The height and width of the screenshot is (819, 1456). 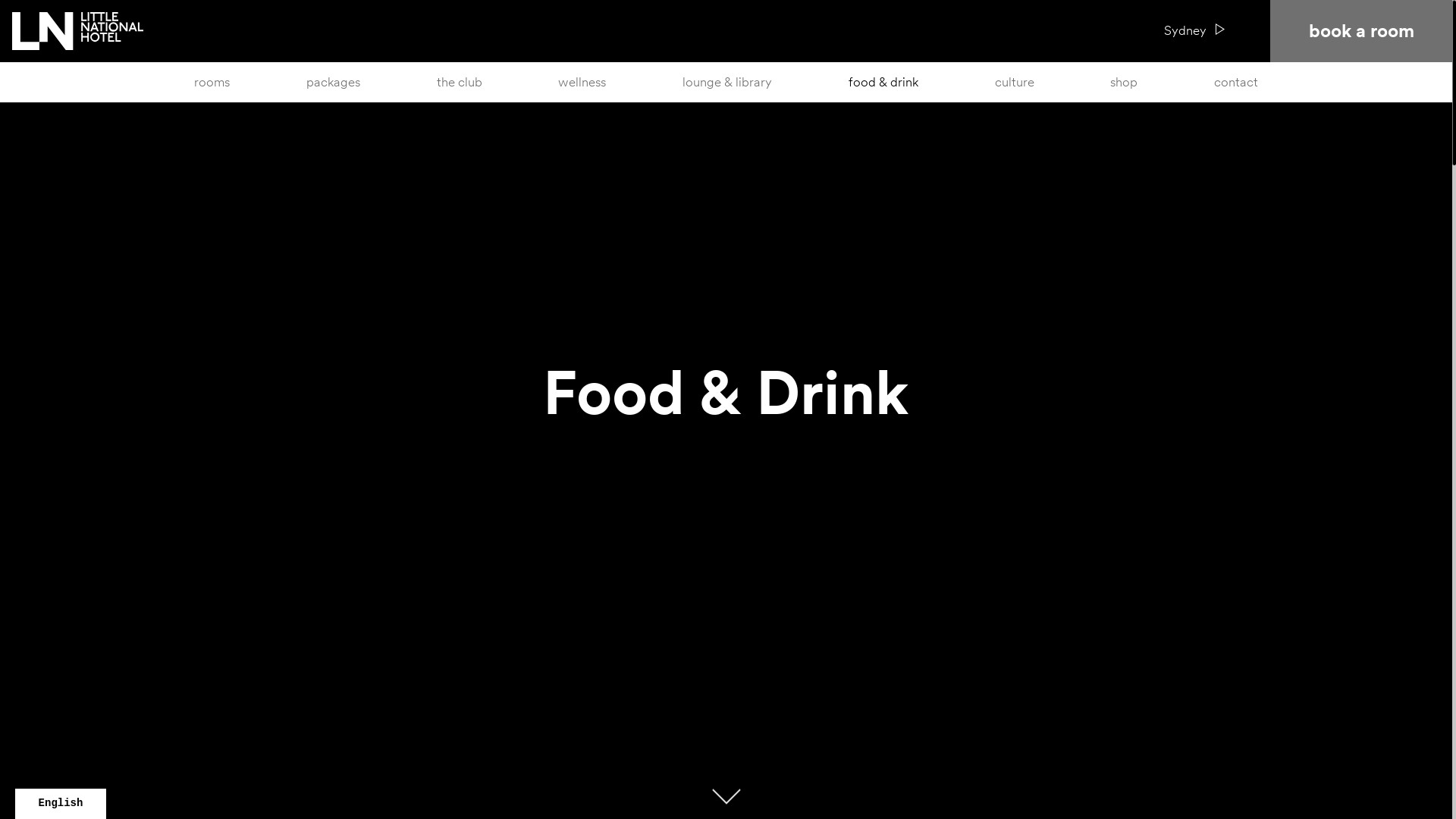 What do you see at coordinates (726, 82) in the screenshot?
I see `'lounge & library'` at bounding box center [726, 82].